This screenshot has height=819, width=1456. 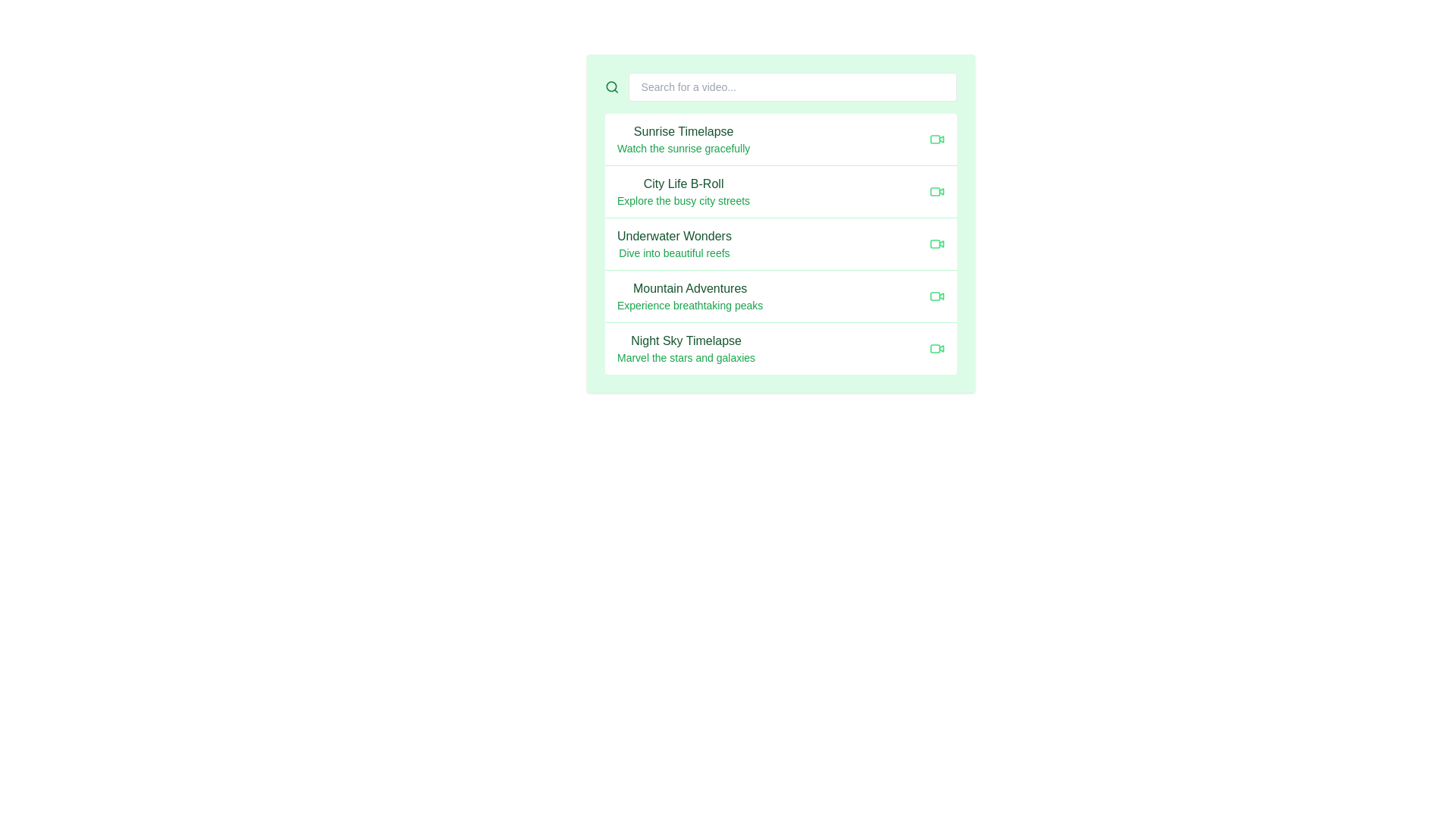 What do you see at coordinates (673, 253) in the screenshot?
I see `the static text element that provides additional context for the title 'Underwater Wonders', located directly below it in a vertical list` at bounding box center [673, 253].